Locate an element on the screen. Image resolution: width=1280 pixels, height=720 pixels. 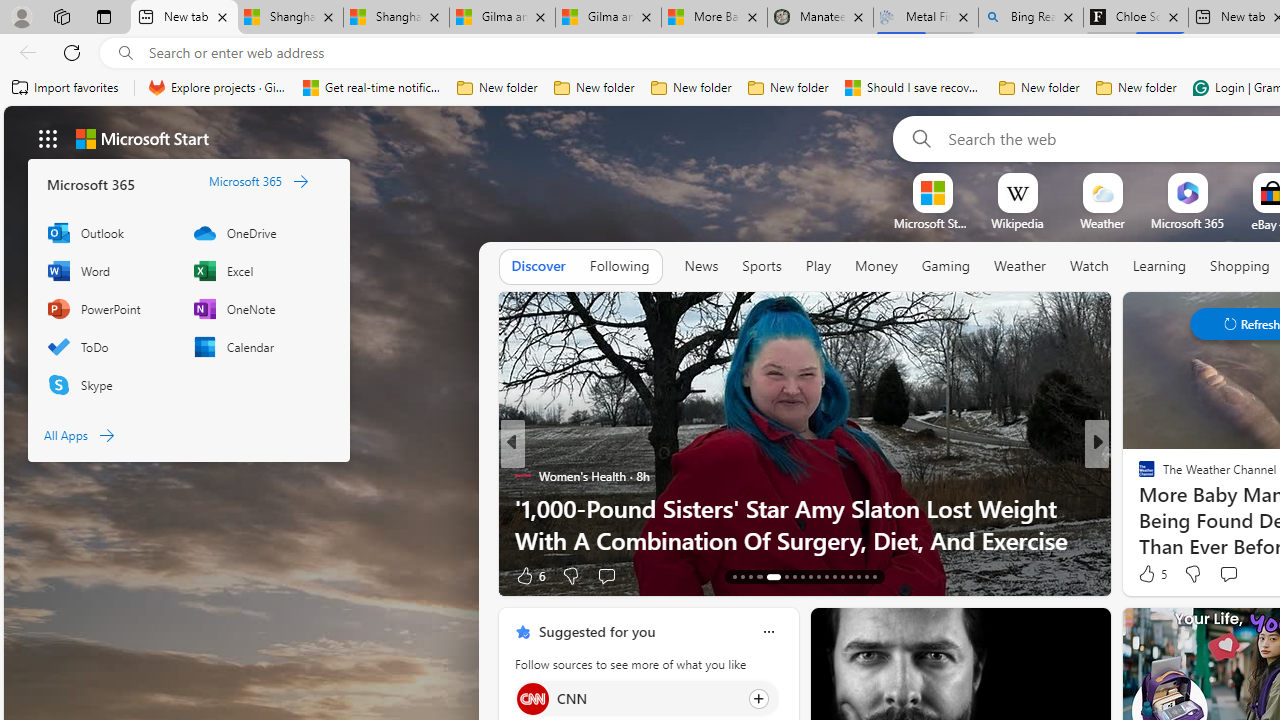
'AutomationID: tab-21' is located at coordinates (810, 577).